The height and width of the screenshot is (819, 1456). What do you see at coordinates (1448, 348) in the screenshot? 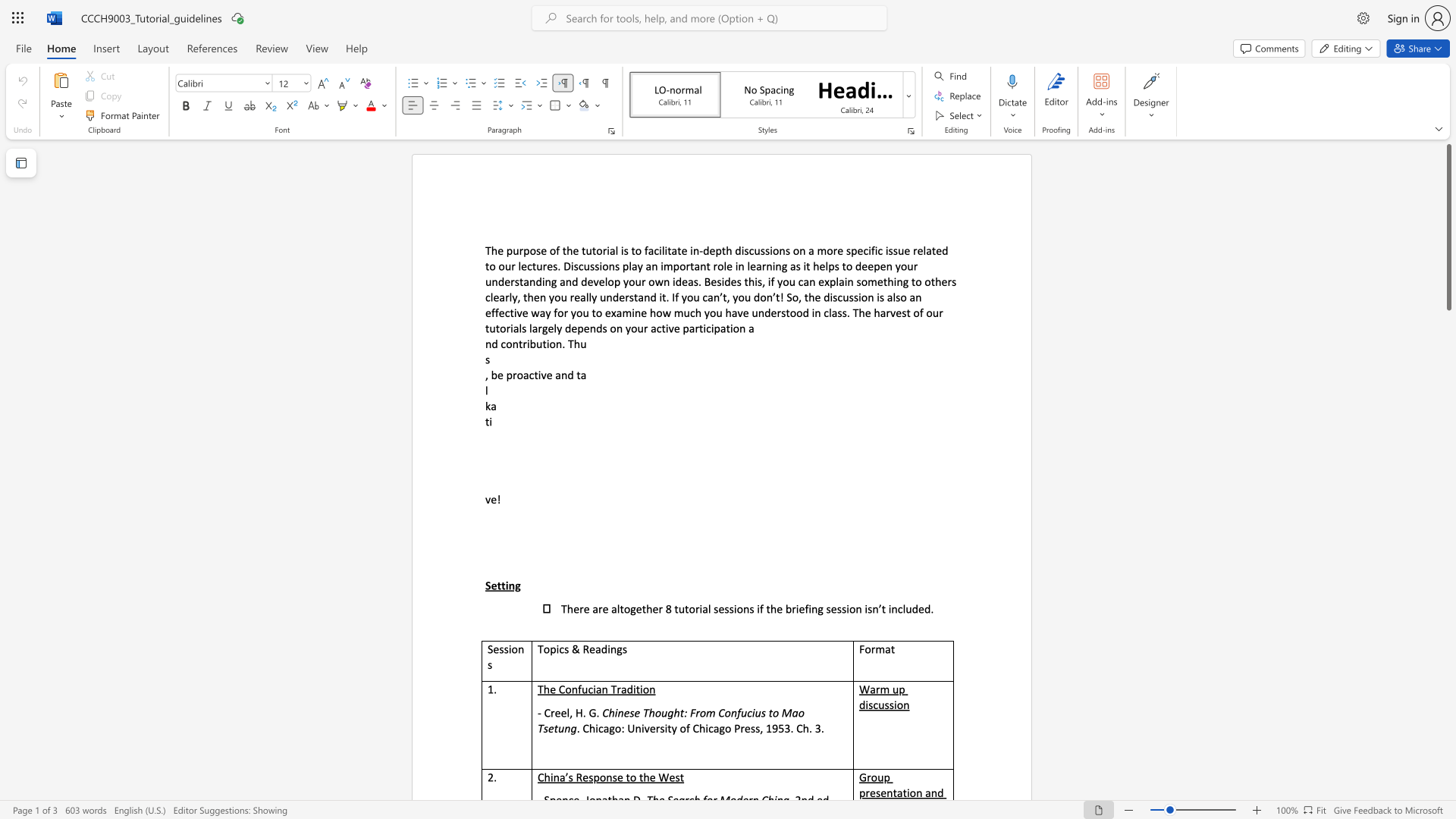
I see `the side scrollbar to bring the page down` at bounding box center [1448, 348].